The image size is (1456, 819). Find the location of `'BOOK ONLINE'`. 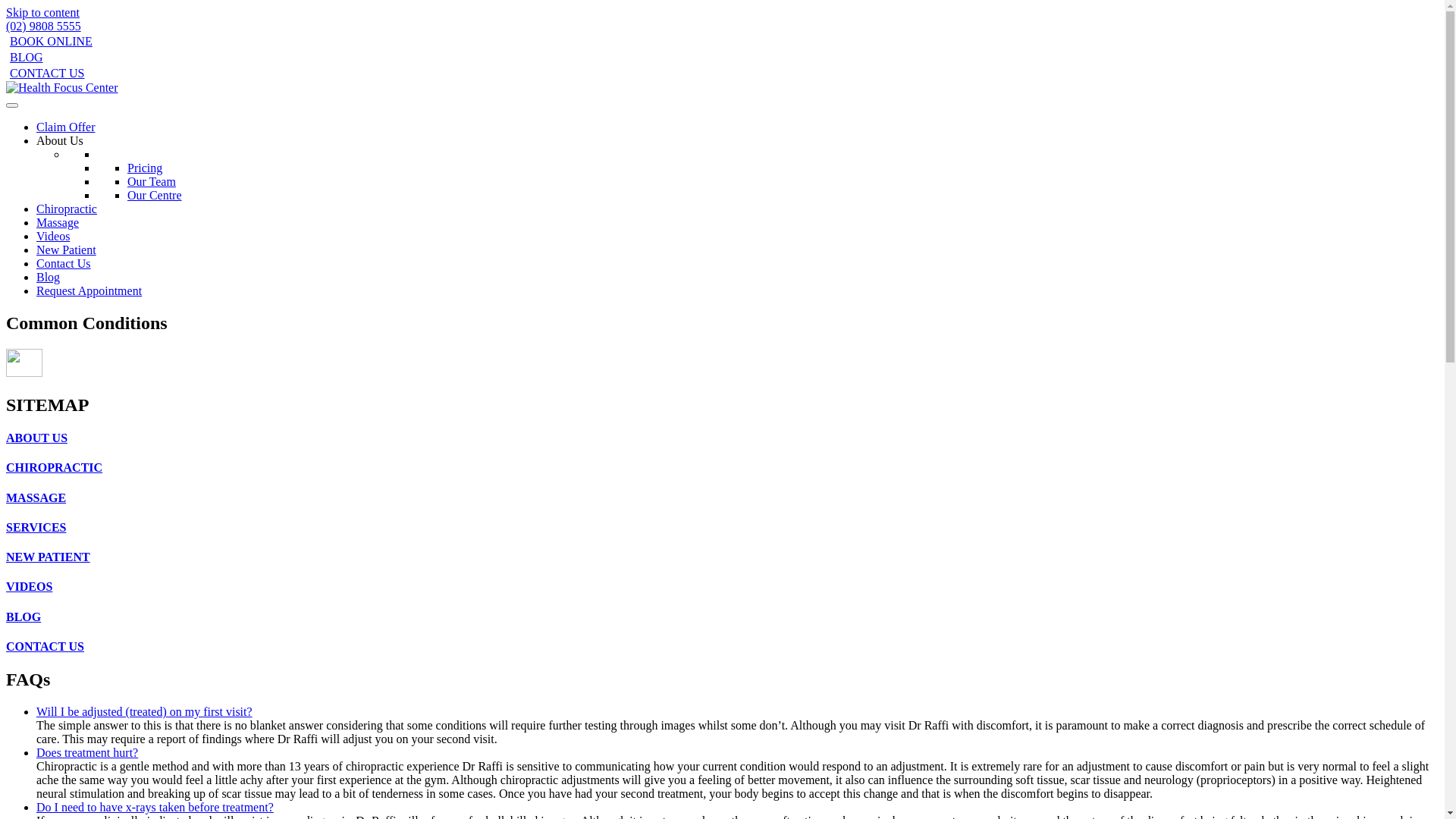

'BOOK ONLINE' is located at coordinates (49, 40).